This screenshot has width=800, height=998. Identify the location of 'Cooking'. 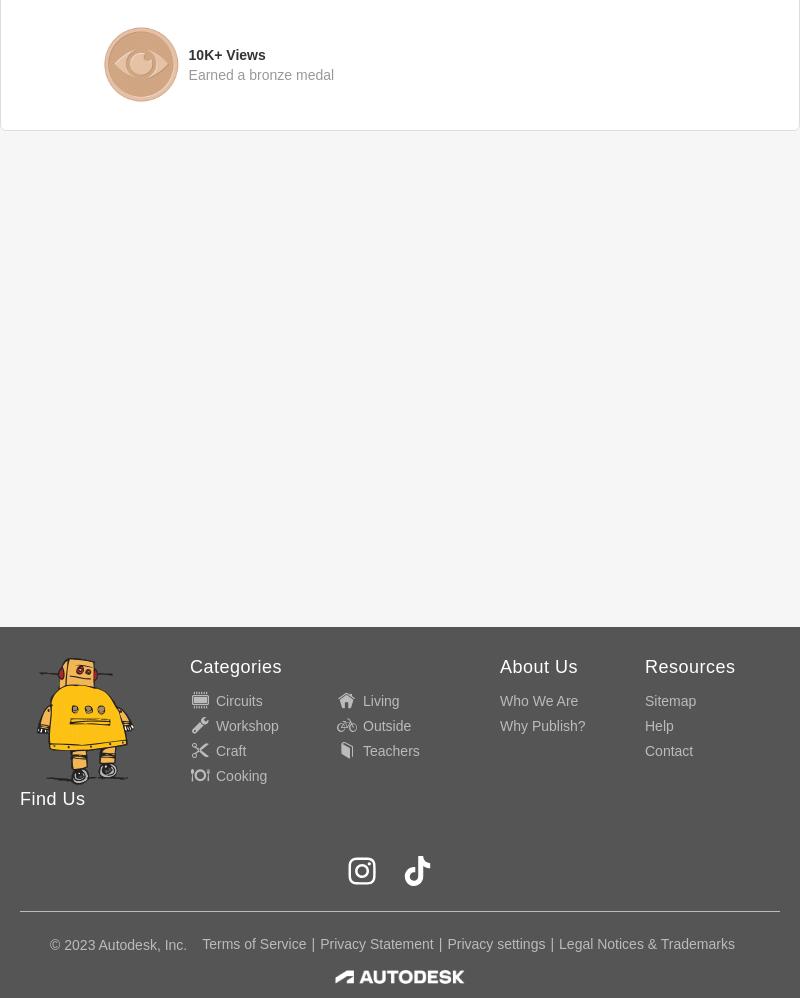
(240, 775).